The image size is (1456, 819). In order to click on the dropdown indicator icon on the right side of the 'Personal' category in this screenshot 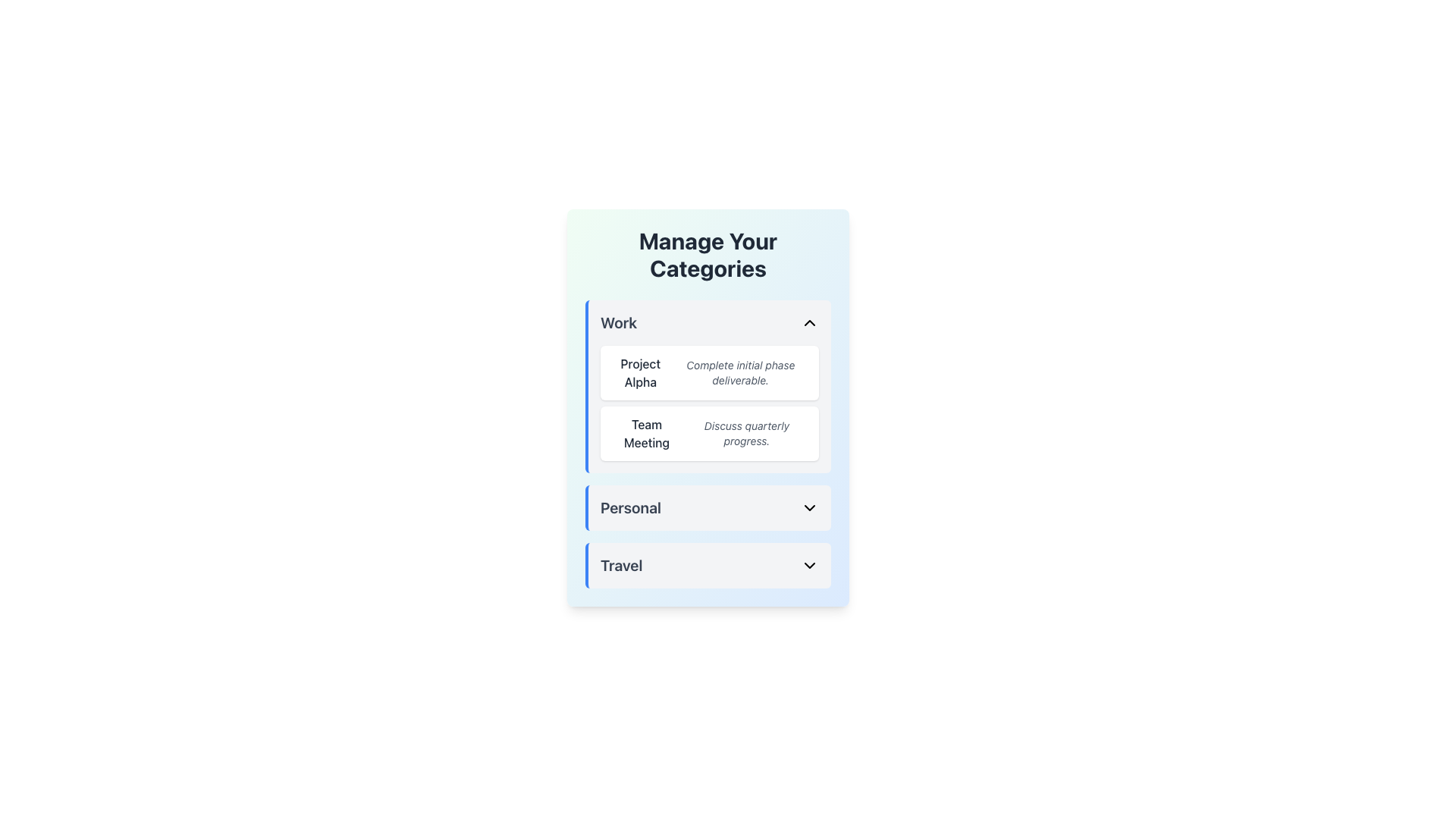, I will do `click(809, 508)`.